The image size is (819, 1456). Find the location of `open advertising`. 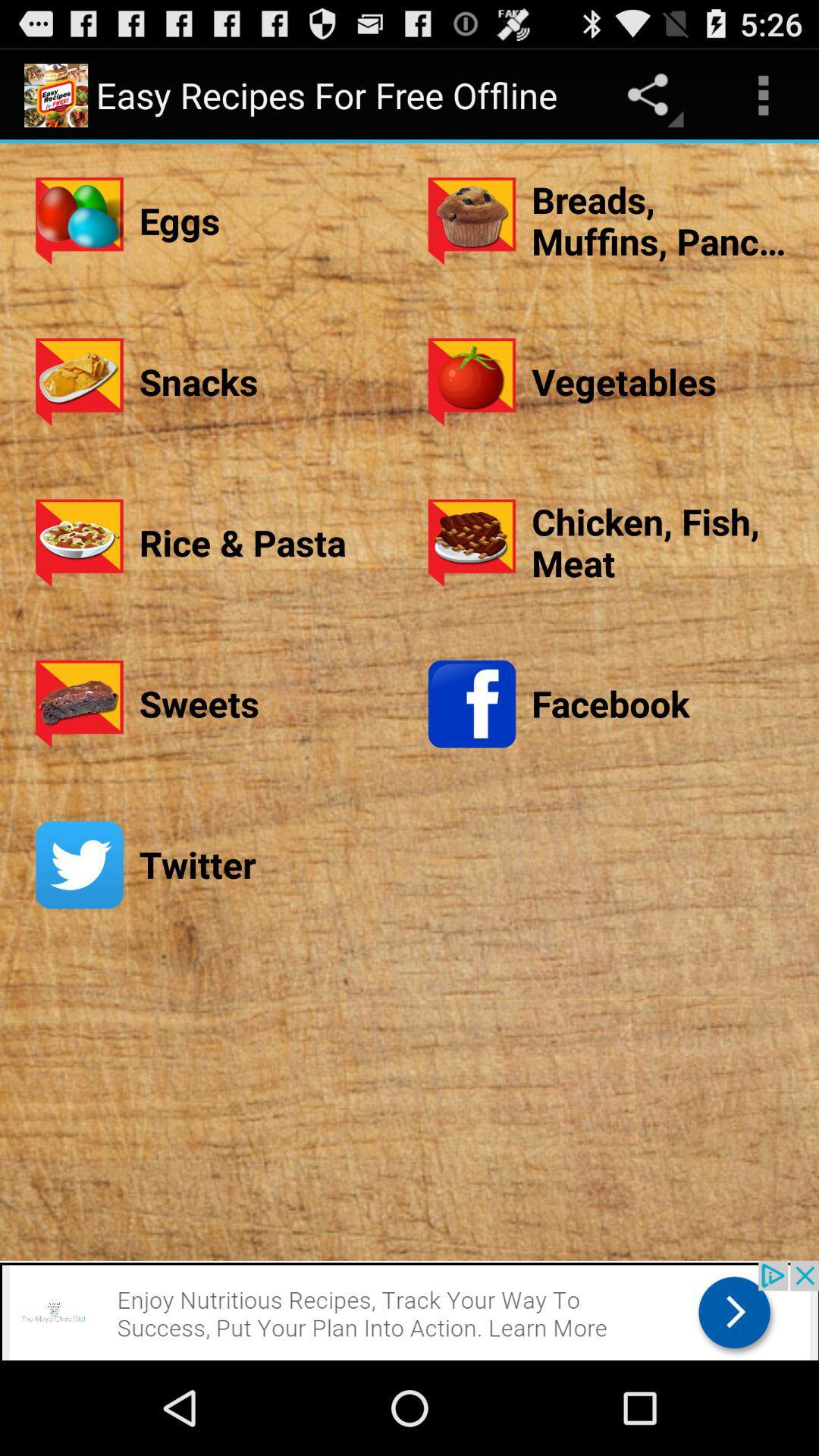

open advertising is located at coordinates (409, 1310).